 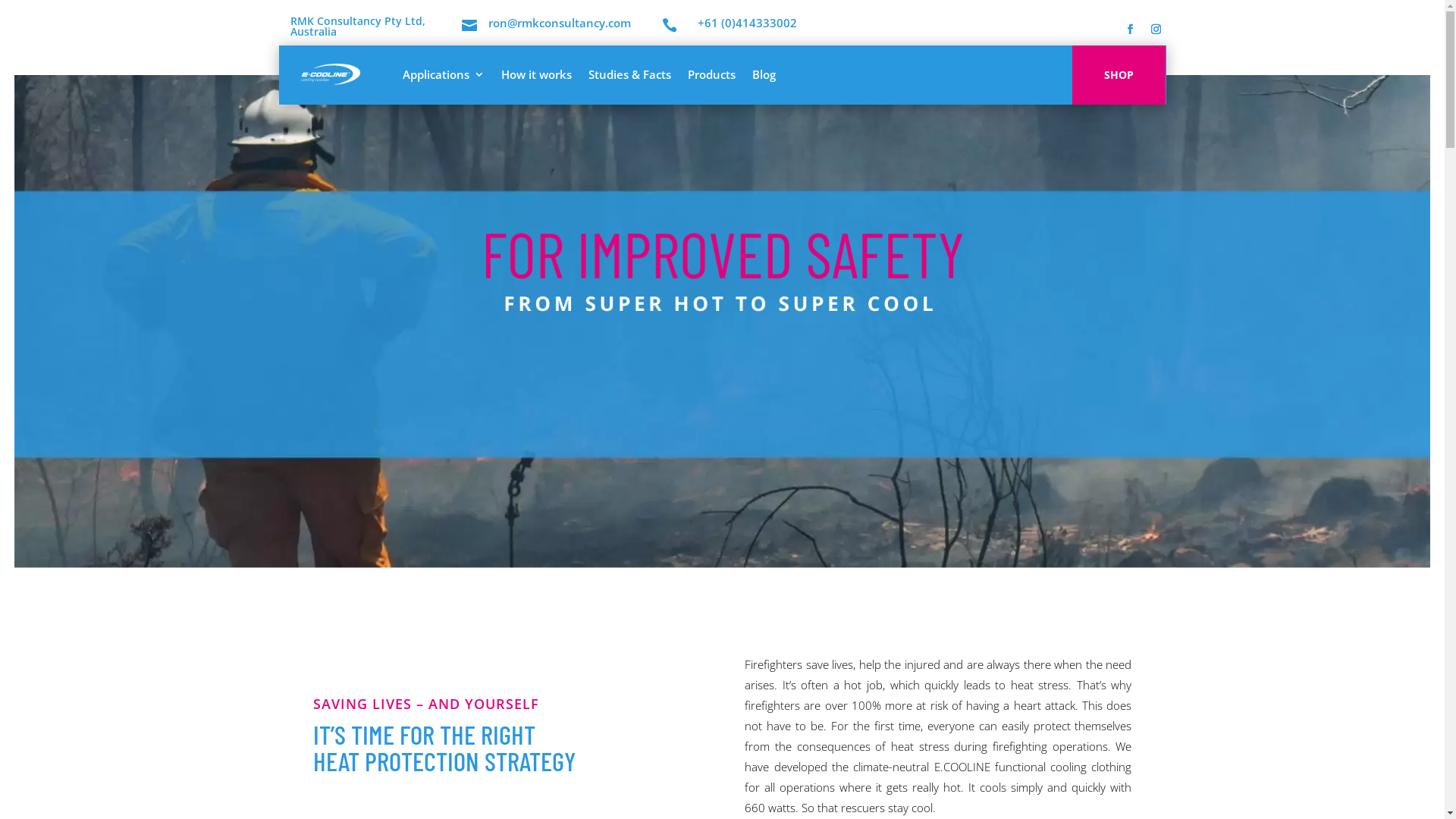 What do you see at coordinates (356, 26) in the screenshot?
I see `'RMK Consultancy Pty Ltd, Australia'` at bounding box center [356, 26].